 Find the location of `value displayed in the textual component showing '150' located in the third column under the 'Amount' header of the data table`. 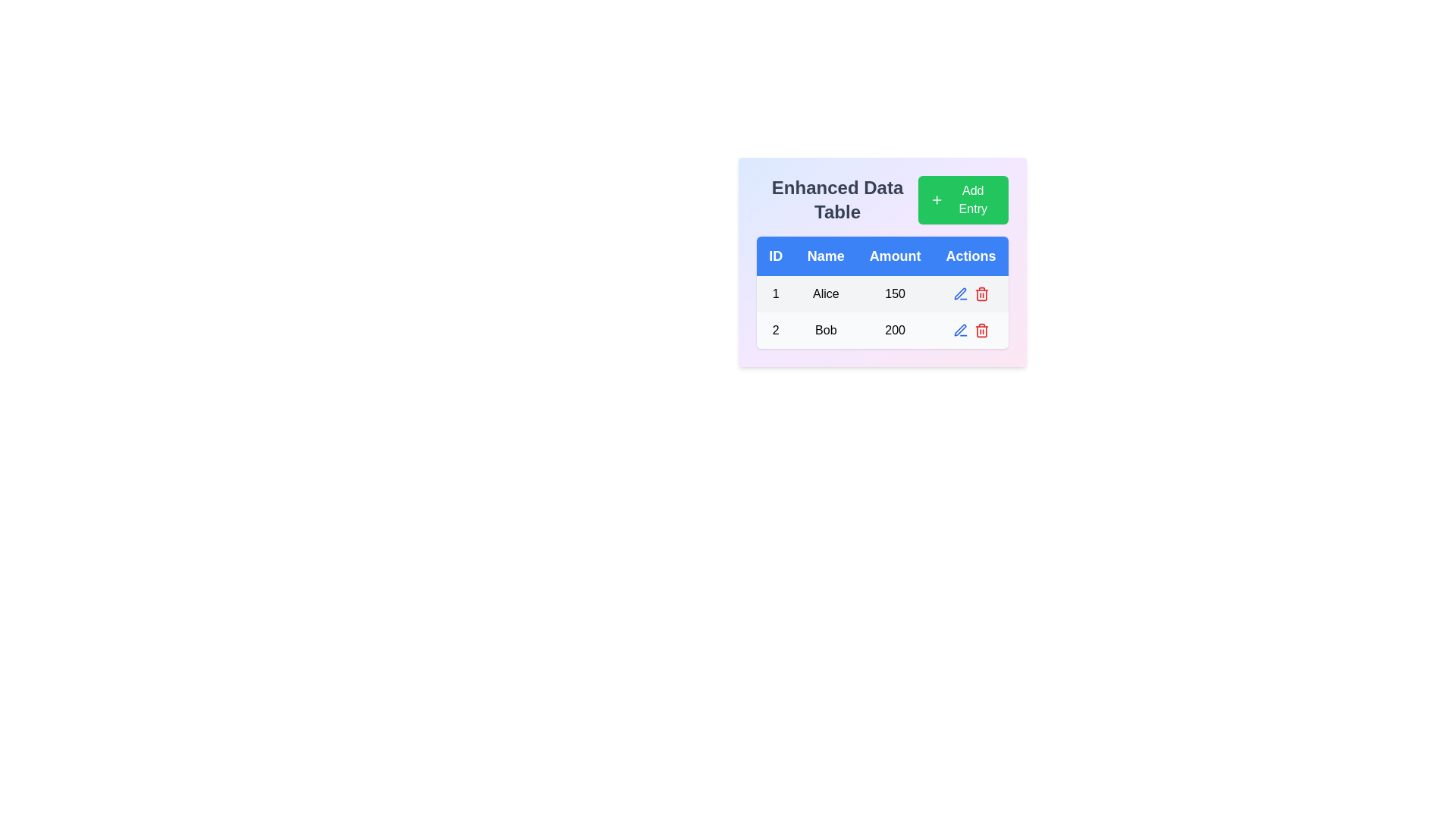

value displayed in the textual component showing '150' located in the third column under the 'Amount' header of the data table is located at coordinates (895, 294).